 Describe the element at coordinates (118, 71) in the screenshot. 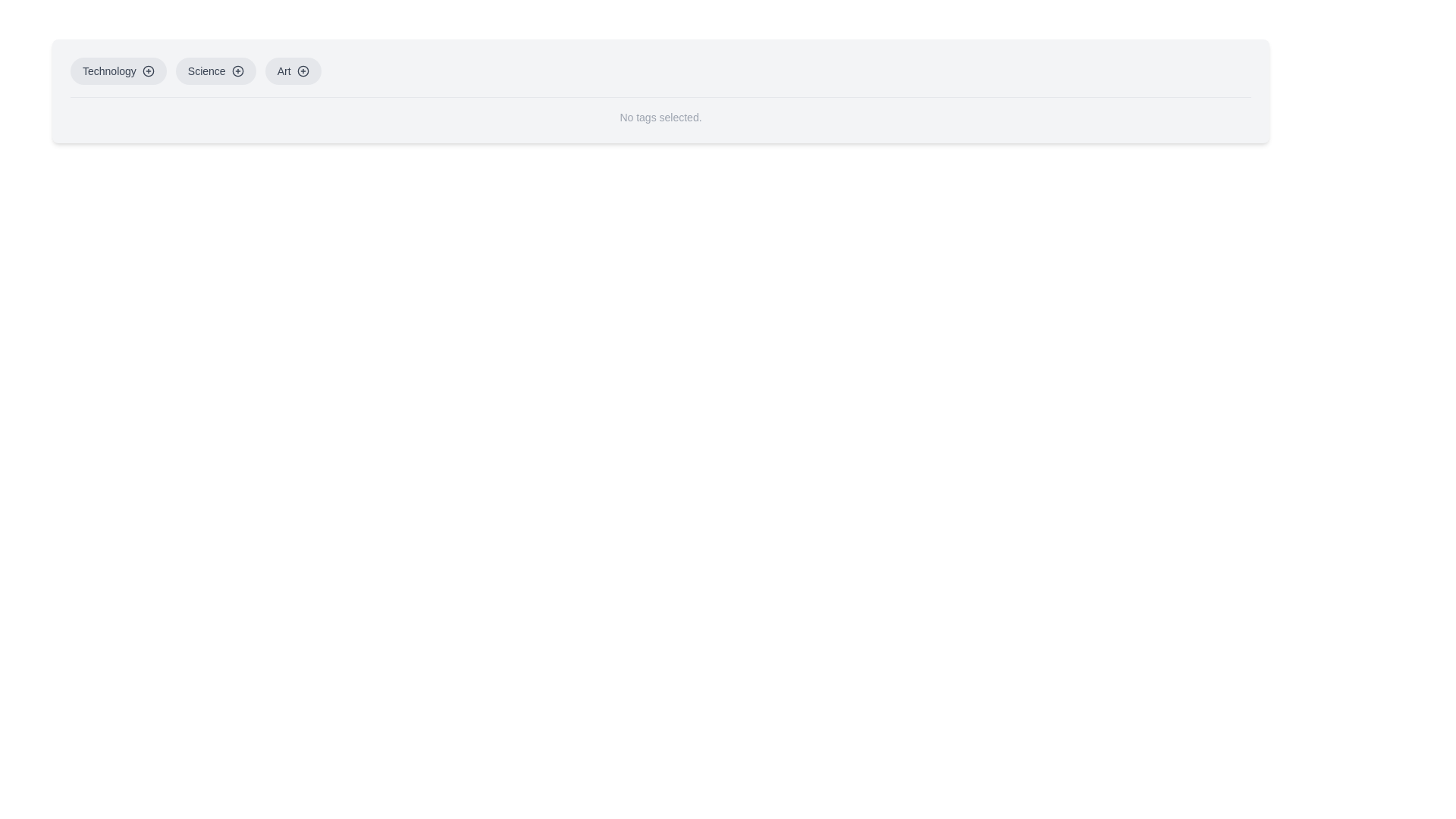

I see `the 'Technology' button, which is a rounded rectangular button with a gray background and the text 'Technology' aligned to the left` at that location.